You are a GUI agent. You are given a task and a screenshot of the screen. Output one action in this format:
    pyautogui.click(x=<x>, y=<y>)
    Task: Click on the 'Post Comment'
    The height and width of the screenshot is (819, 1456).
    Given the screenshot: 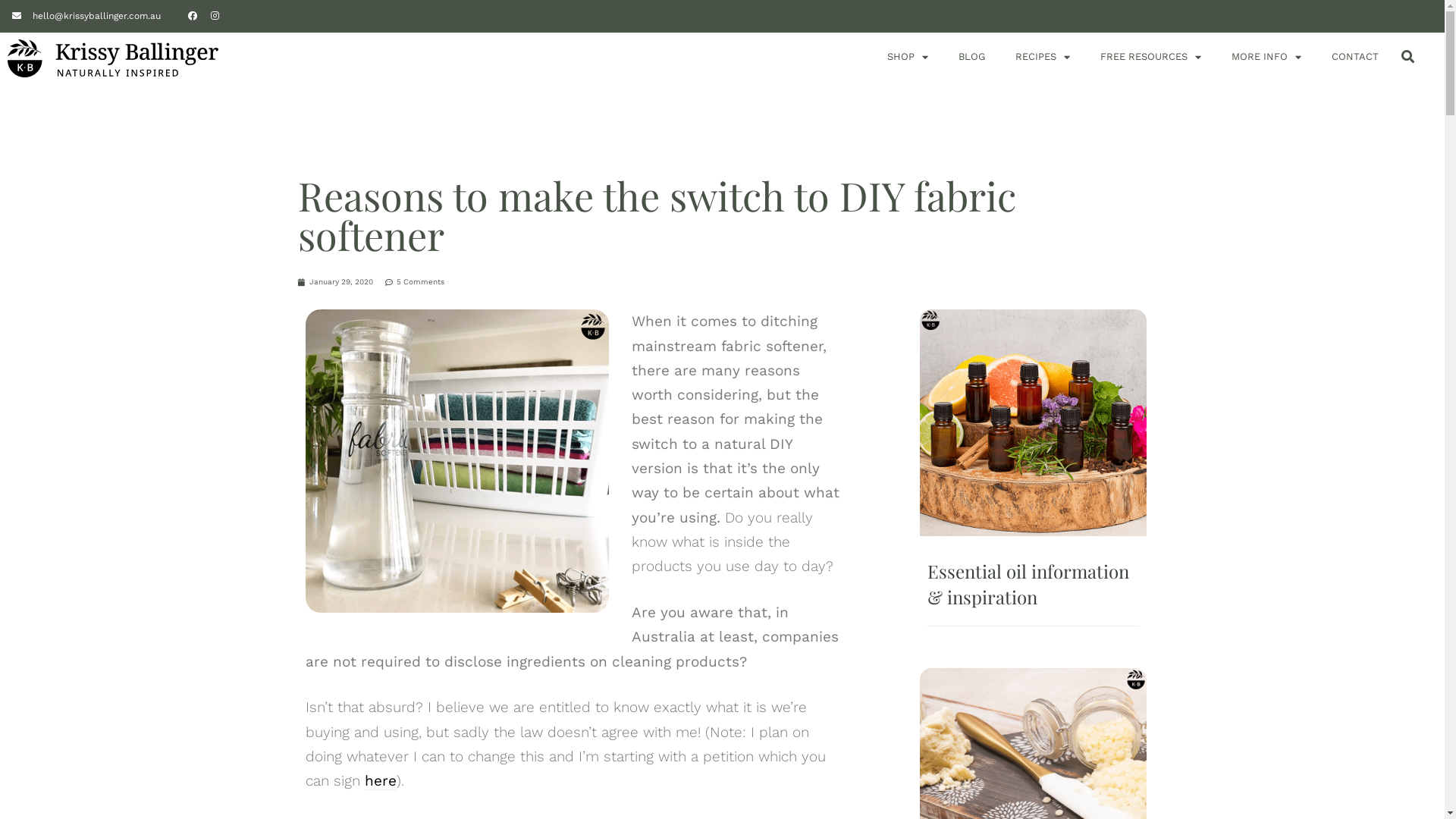 What is the action you would take?
    pyautogui.click(x=50, y=14)
    